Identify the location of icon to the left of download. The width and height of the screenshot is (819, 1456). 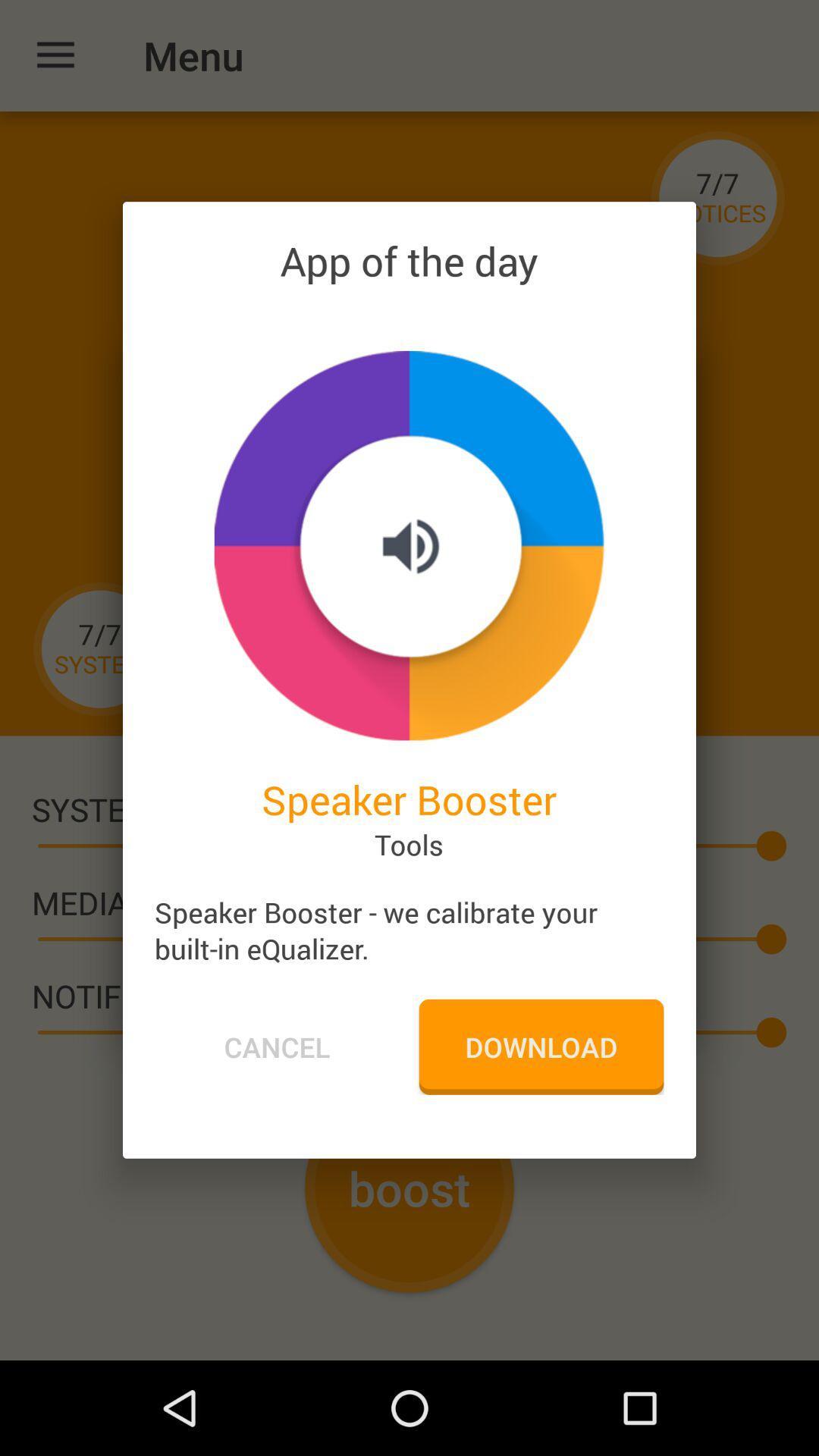
(277, 1046).